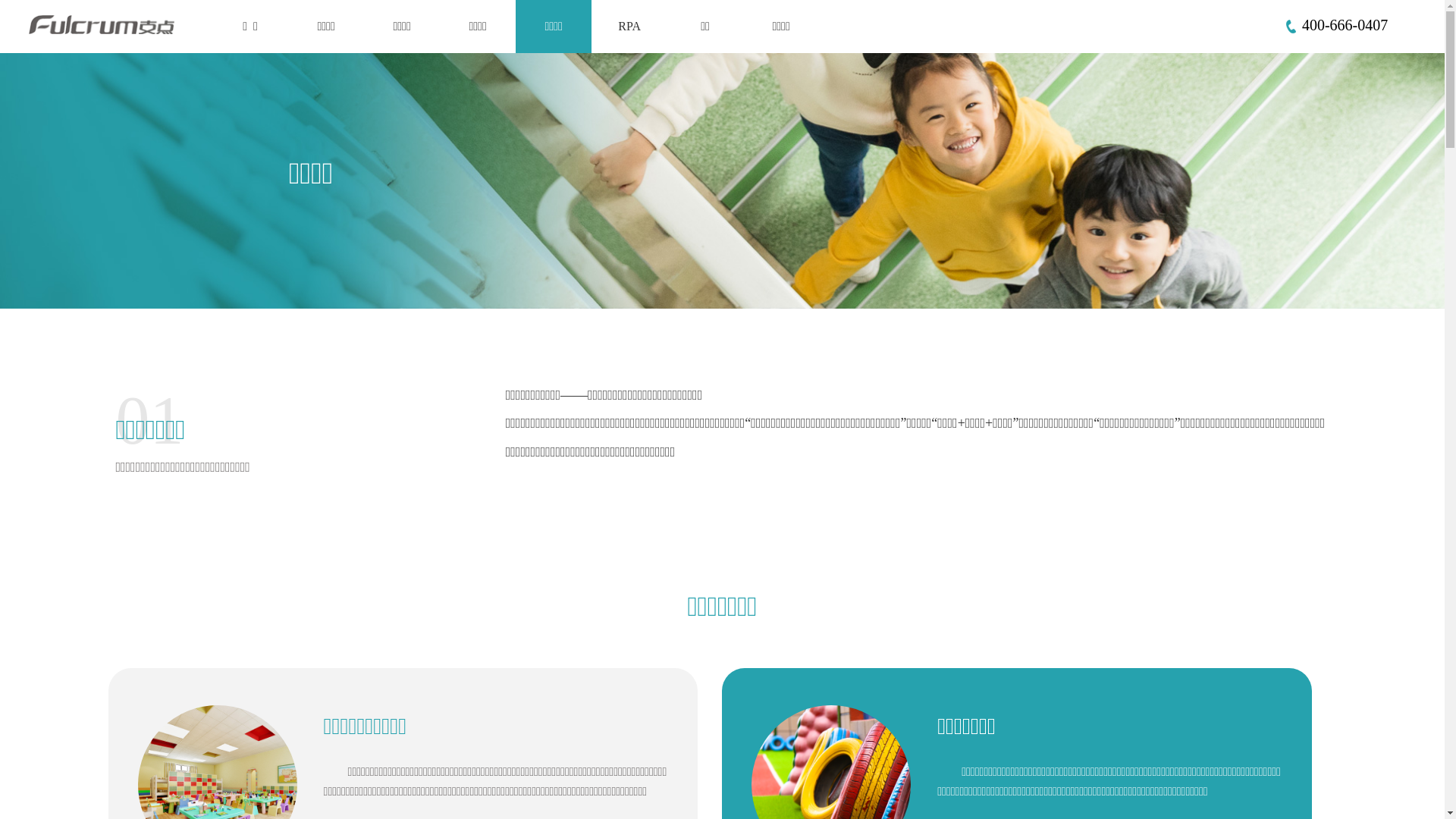  Describe the element at coordinates (629, 26) in the screenshot. I see `'RPA'` at that location.